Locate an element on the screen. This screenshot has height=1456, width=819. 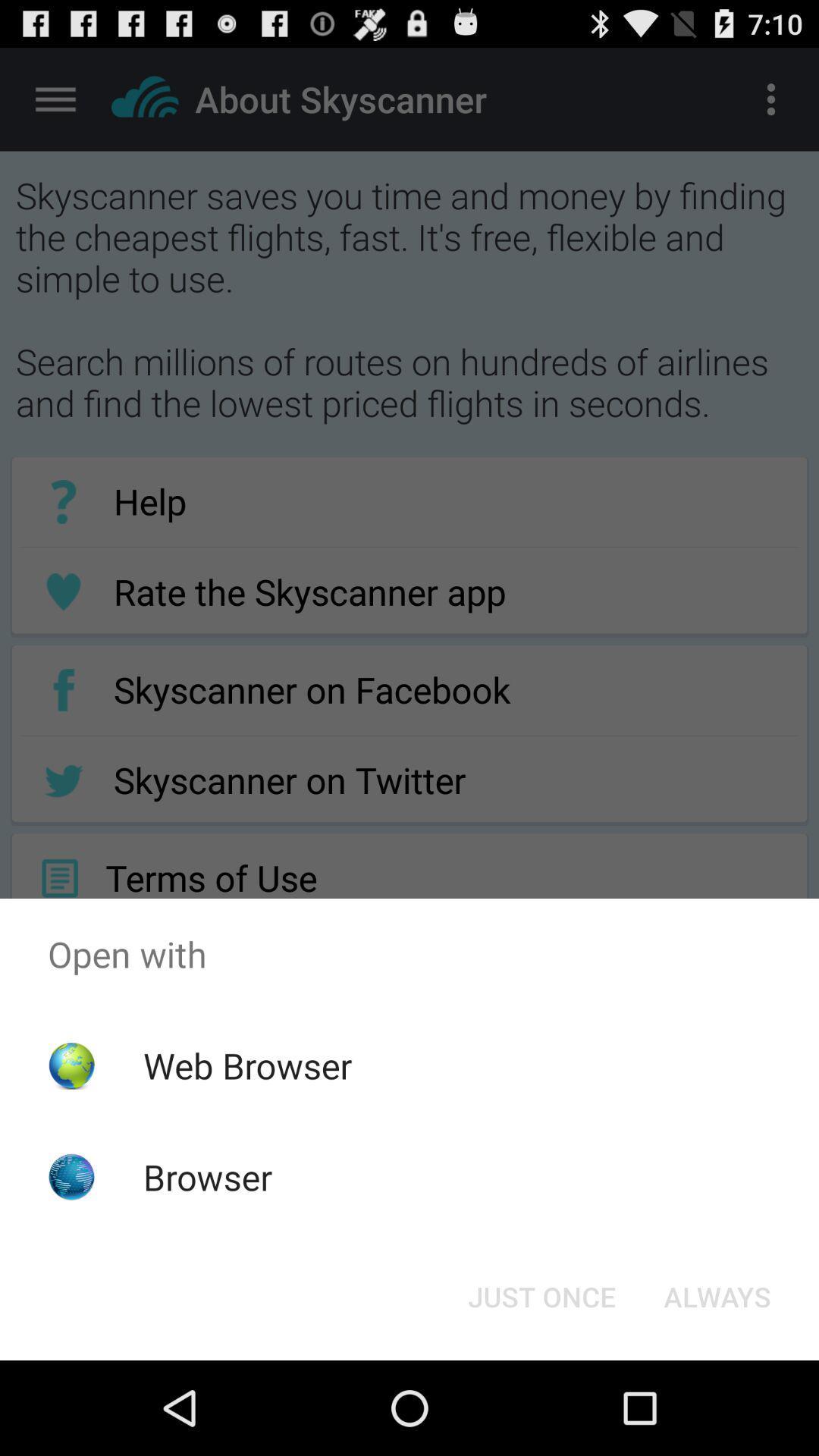
the icon next to always item is located at coordinates (541, 1295).